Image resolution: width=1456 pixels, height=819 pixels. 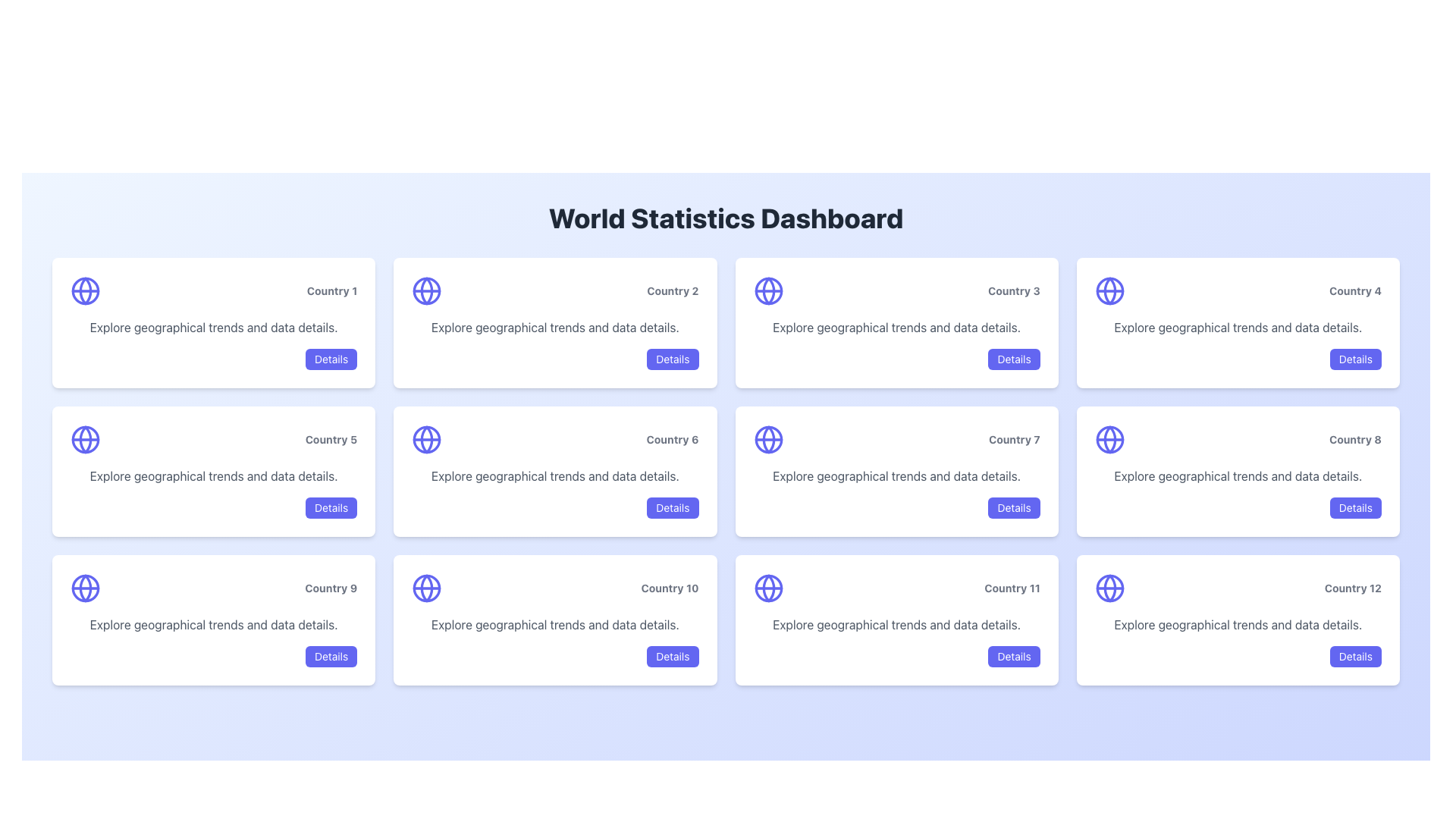 I want to click on the 'Details' button located at the bottom-right corner of the 'Country 7' card in the dashboard, so click(x=1014, y=508).